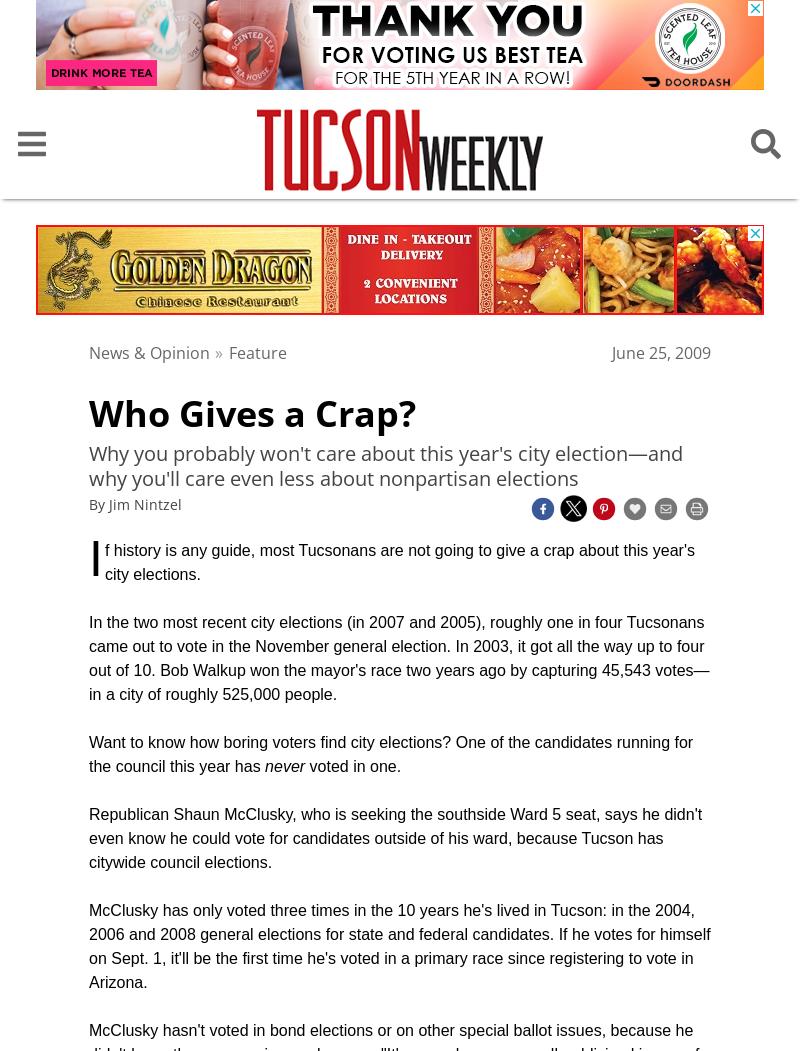 This screenshot has height=1051, width=800. Describe the element at coordinates (398, 561) in the screenshot. I see `'f history is any guide, most Tucsonans are not going to give a crap
about this year's city elections.'` at that location.